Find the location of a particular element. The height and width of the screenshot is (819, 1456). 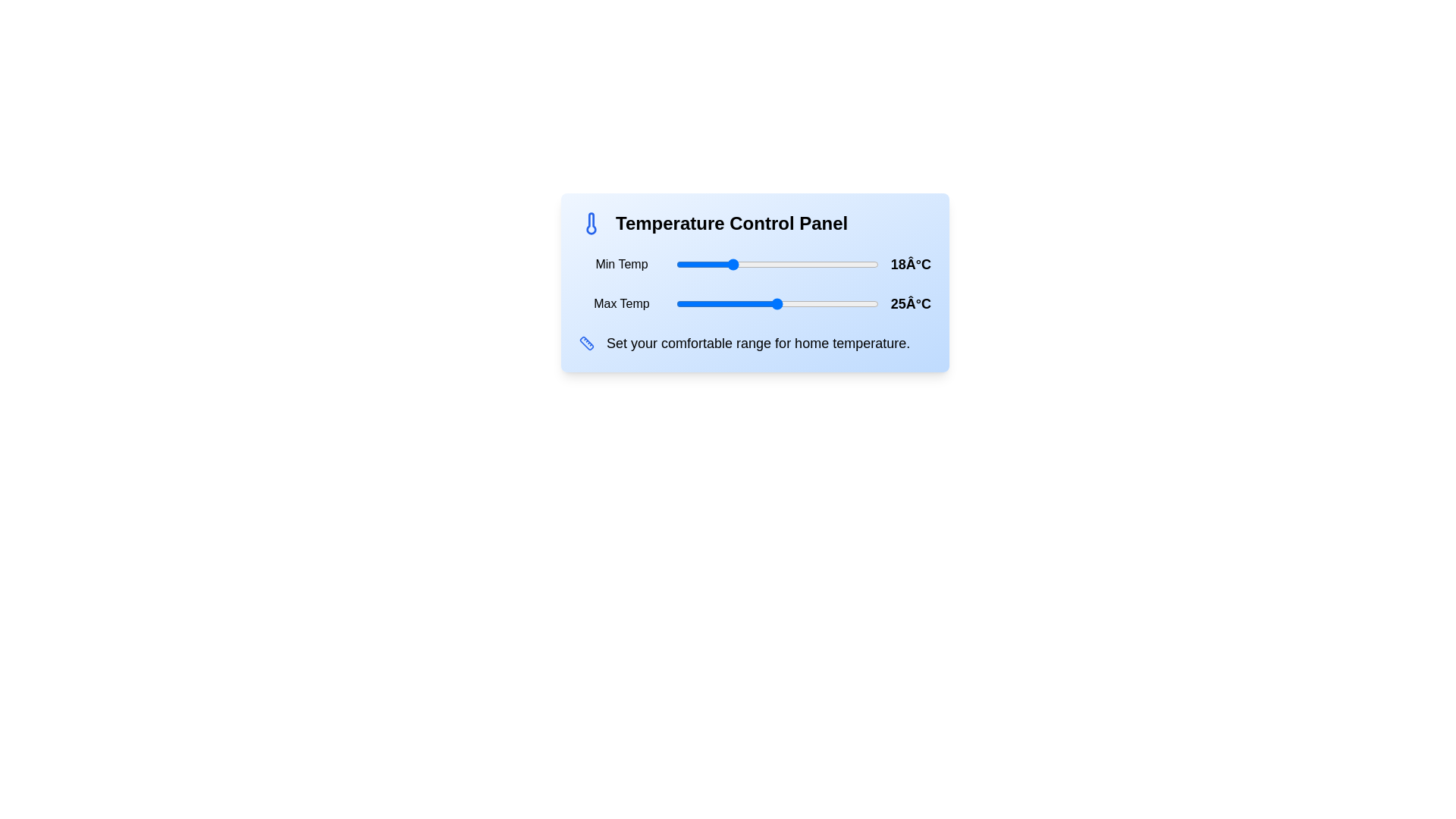

the temperature slider to set the temperature to 17°C is located at coordinates (723, 263).